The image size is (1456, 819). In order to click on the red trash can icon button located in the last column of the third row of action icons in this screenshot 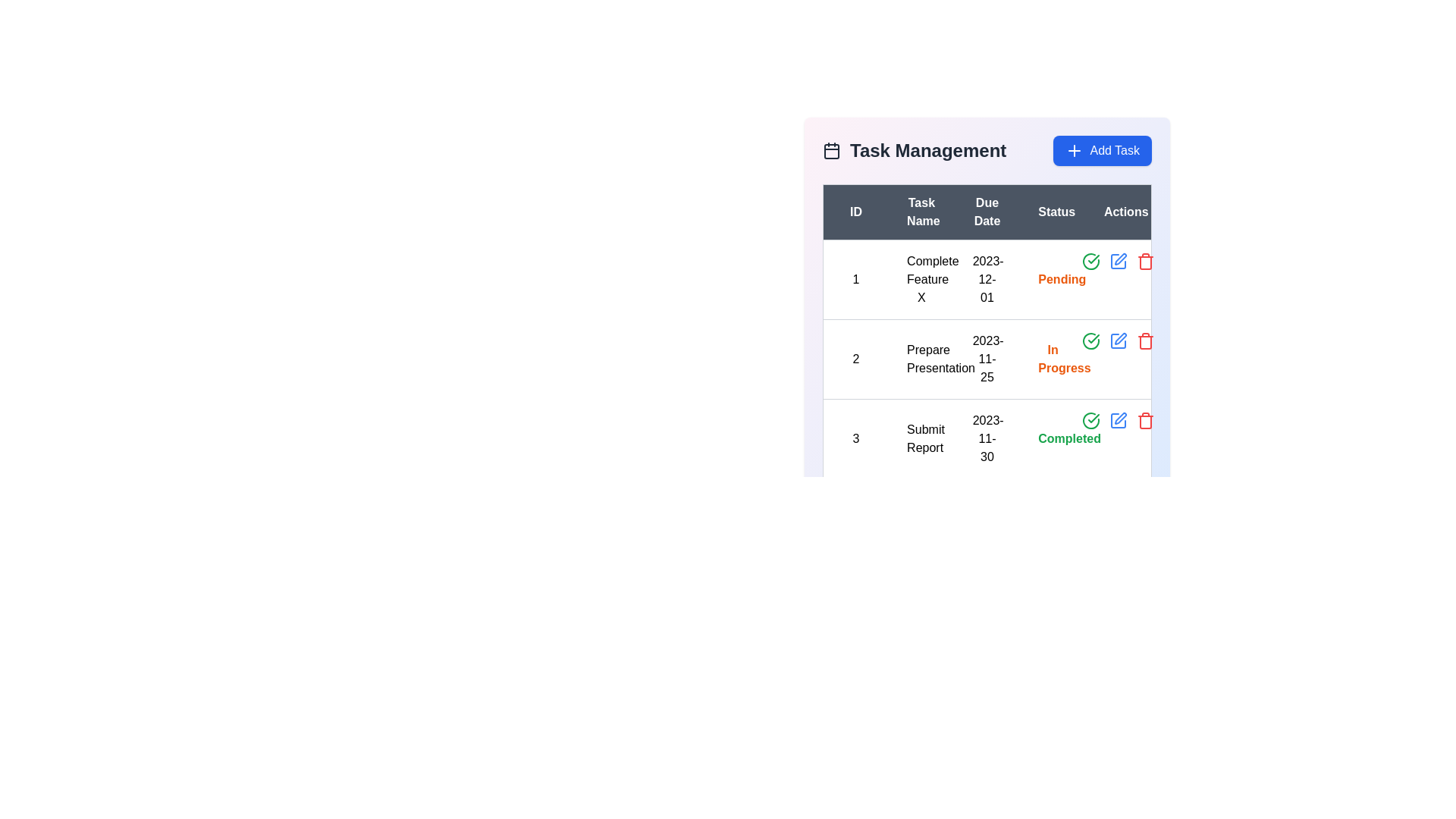, I will do `click(1145, 421)`.